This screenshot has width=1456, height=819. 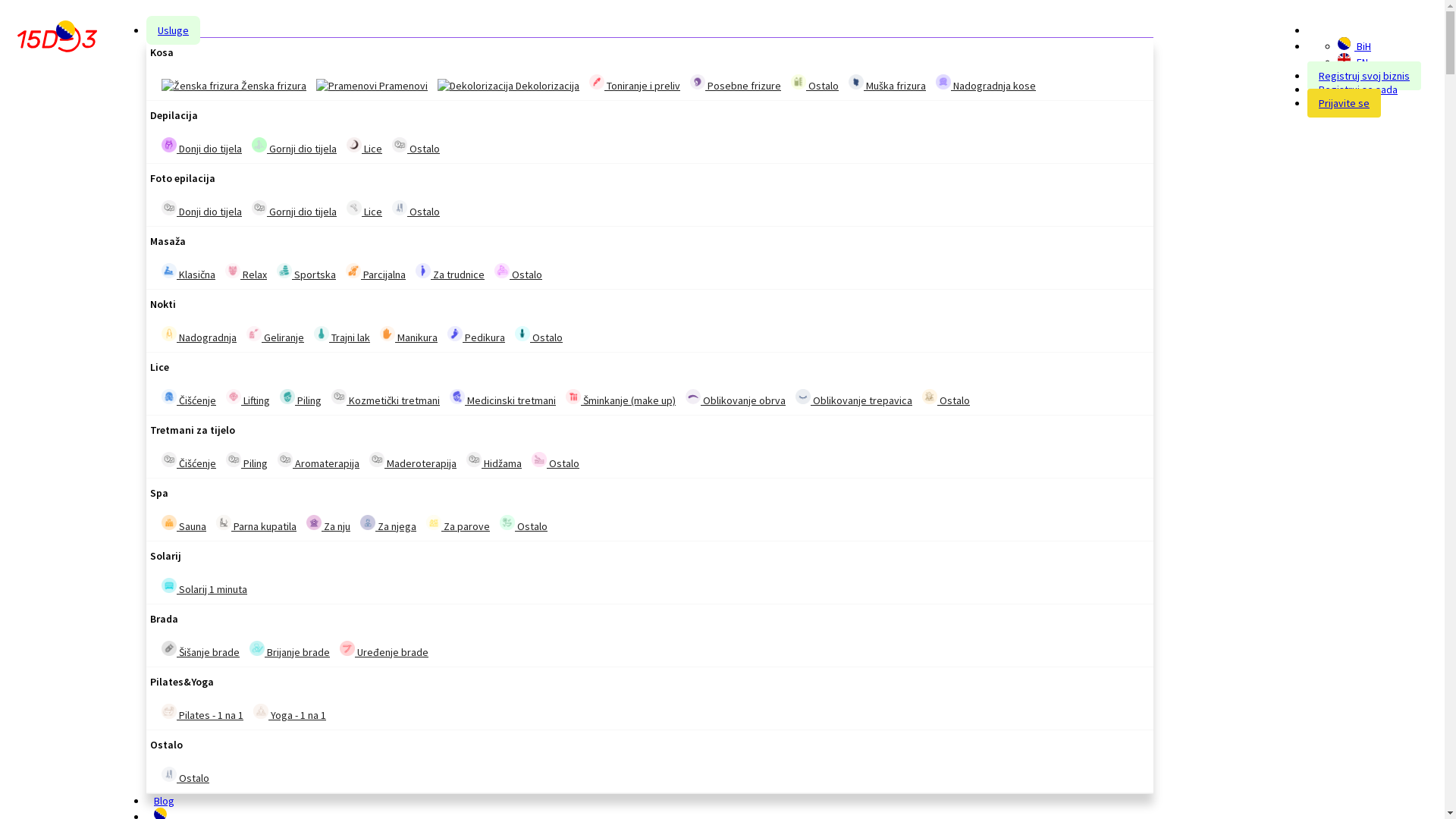 I want to click on 'Parcijalna', so click(x=375, y=271).